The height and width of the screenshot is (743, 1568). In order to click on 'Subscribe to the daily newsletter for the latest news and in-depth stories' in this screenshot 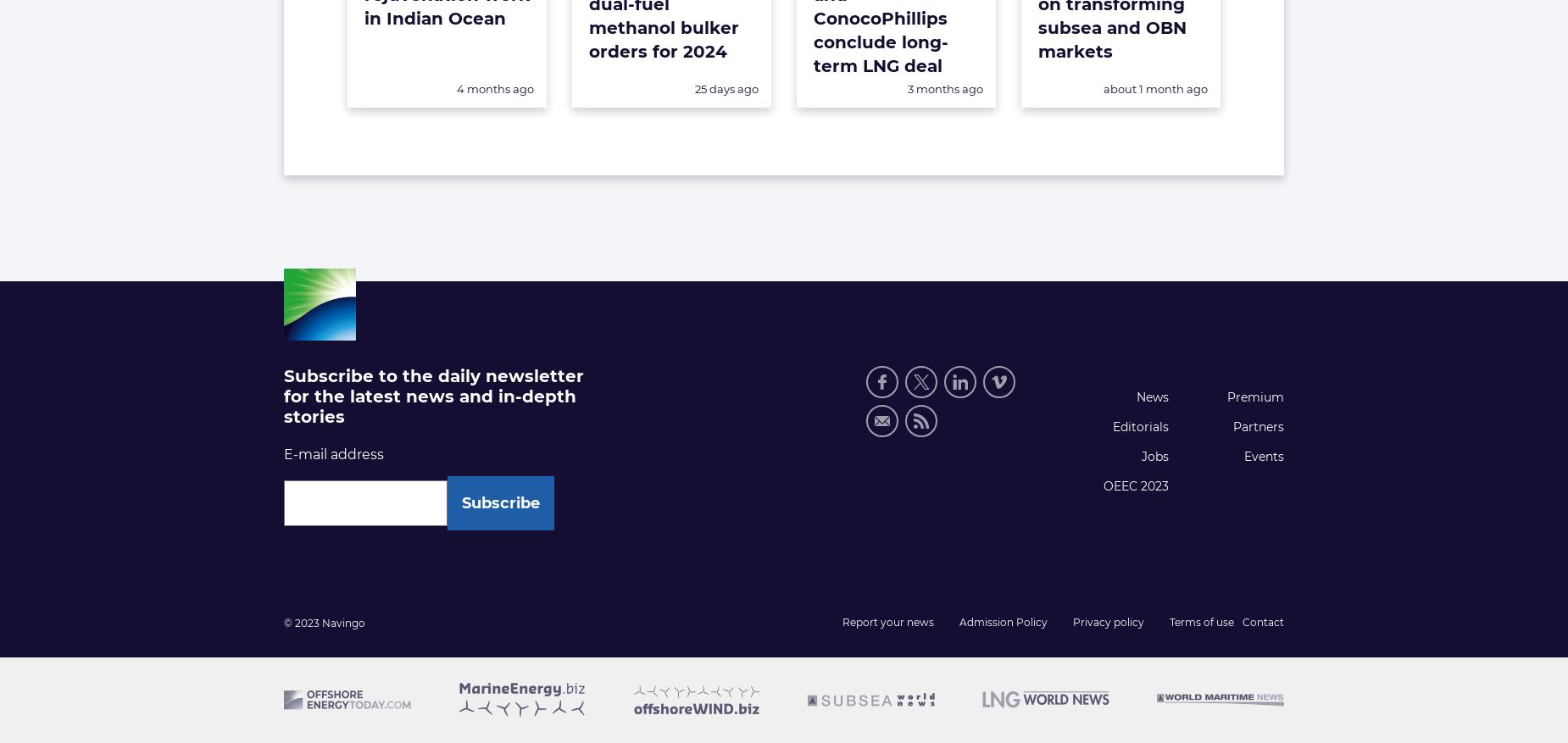, I will do `click(434, 396)`.